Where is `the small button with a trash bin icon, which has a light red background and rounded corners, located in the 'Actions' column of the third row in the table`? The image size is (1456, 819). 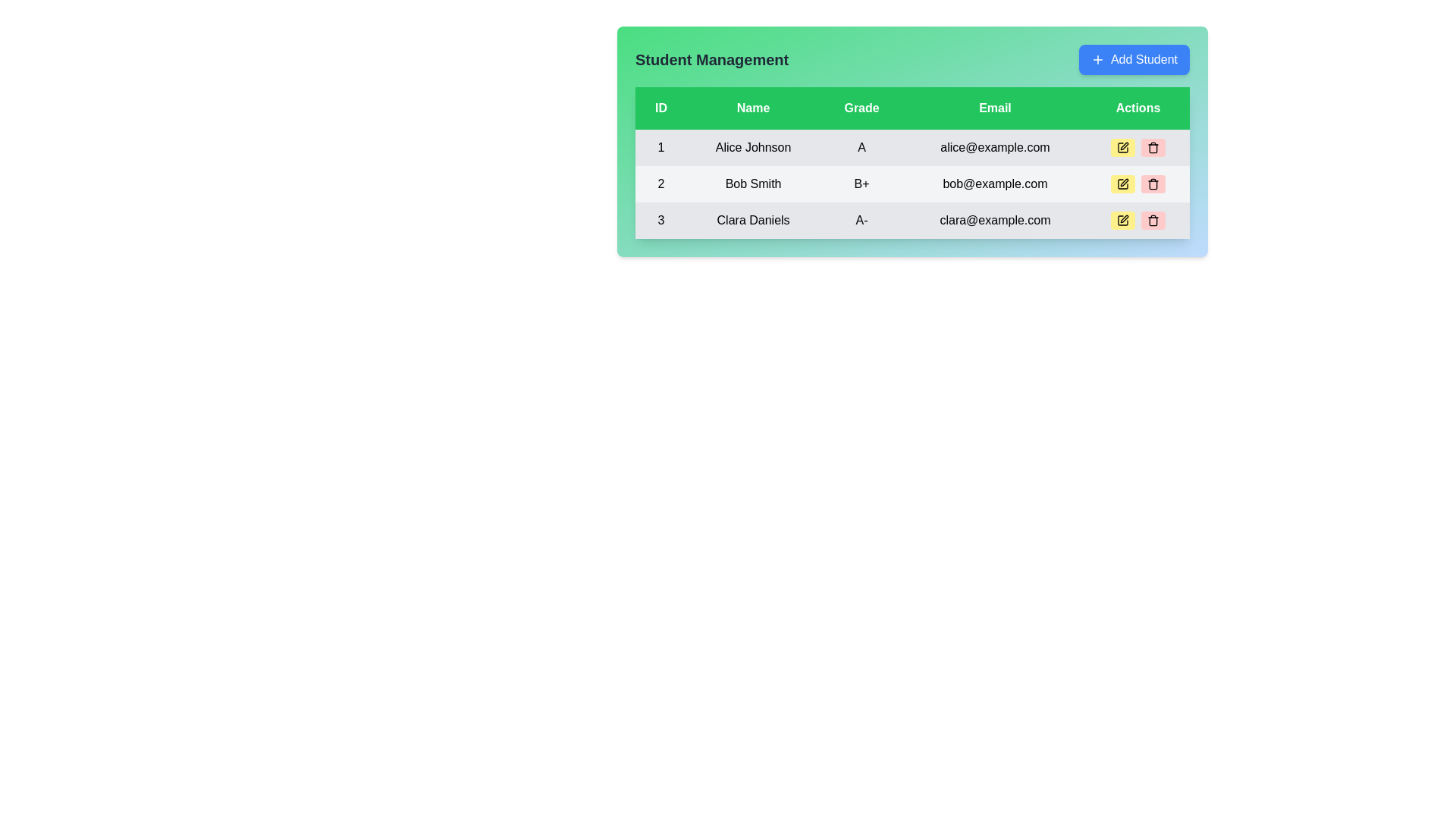 the small button with a trash bin icon, which has a light red background and rounded corners, located in the 'Actions' column of the third row in the table is located at coordinates (1153, 220).